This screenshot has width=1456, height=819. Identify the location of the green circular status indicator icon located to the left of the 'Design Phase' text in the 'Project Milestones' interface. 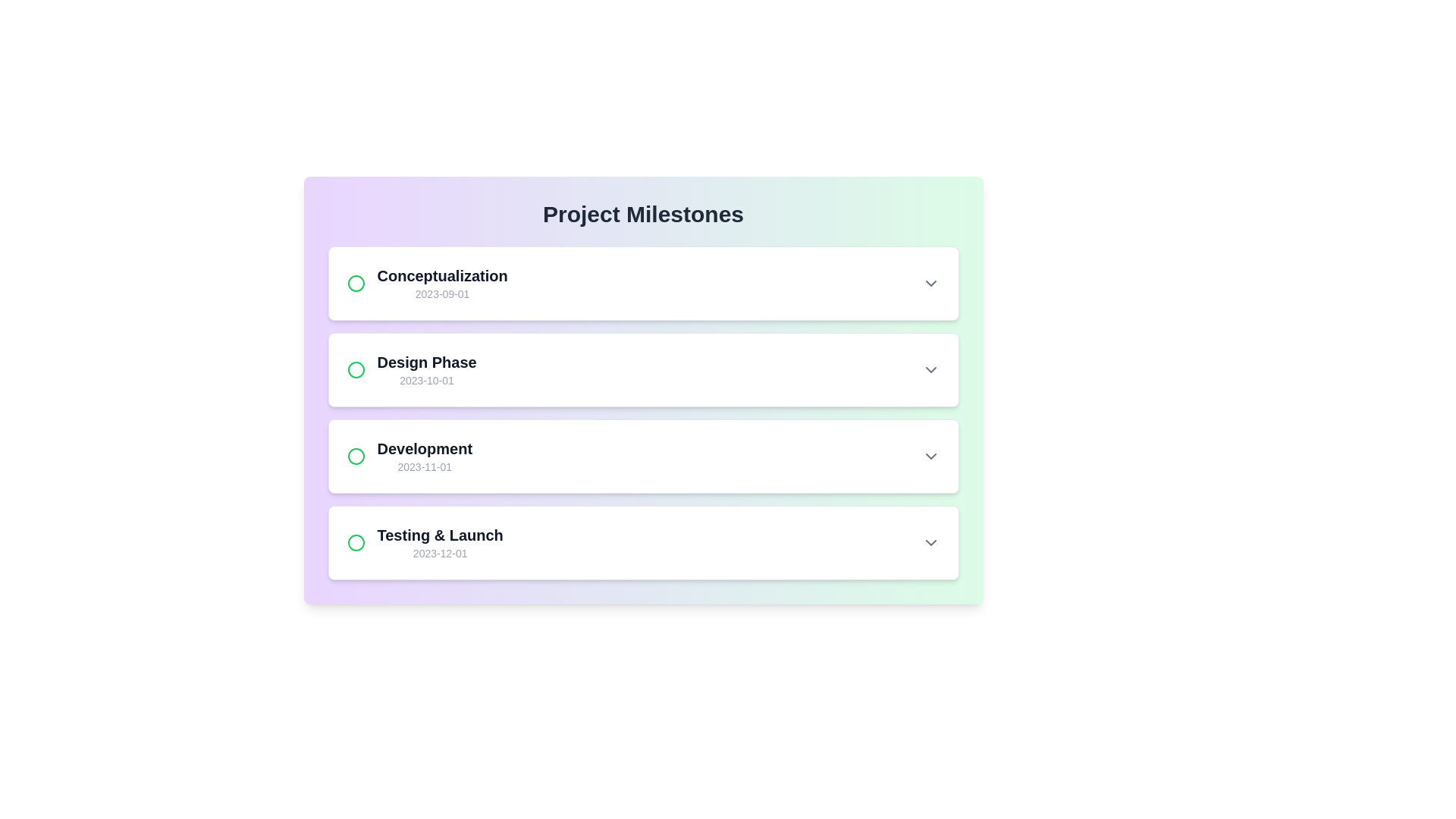
(355, 370).